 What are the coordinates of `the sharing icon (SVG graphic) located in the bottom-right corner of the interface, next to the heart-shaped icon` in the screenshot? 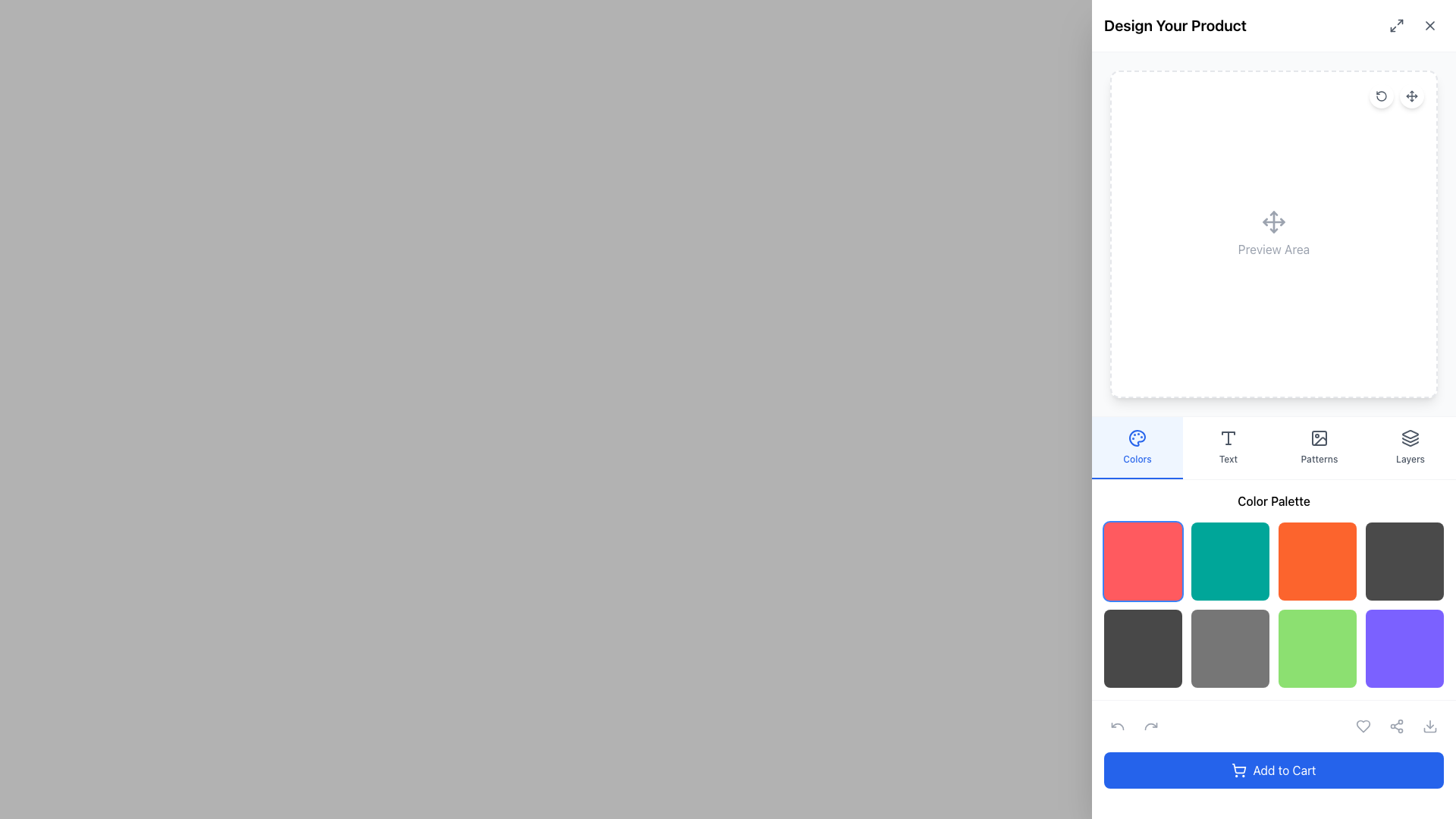 It's located at (1396, 725).